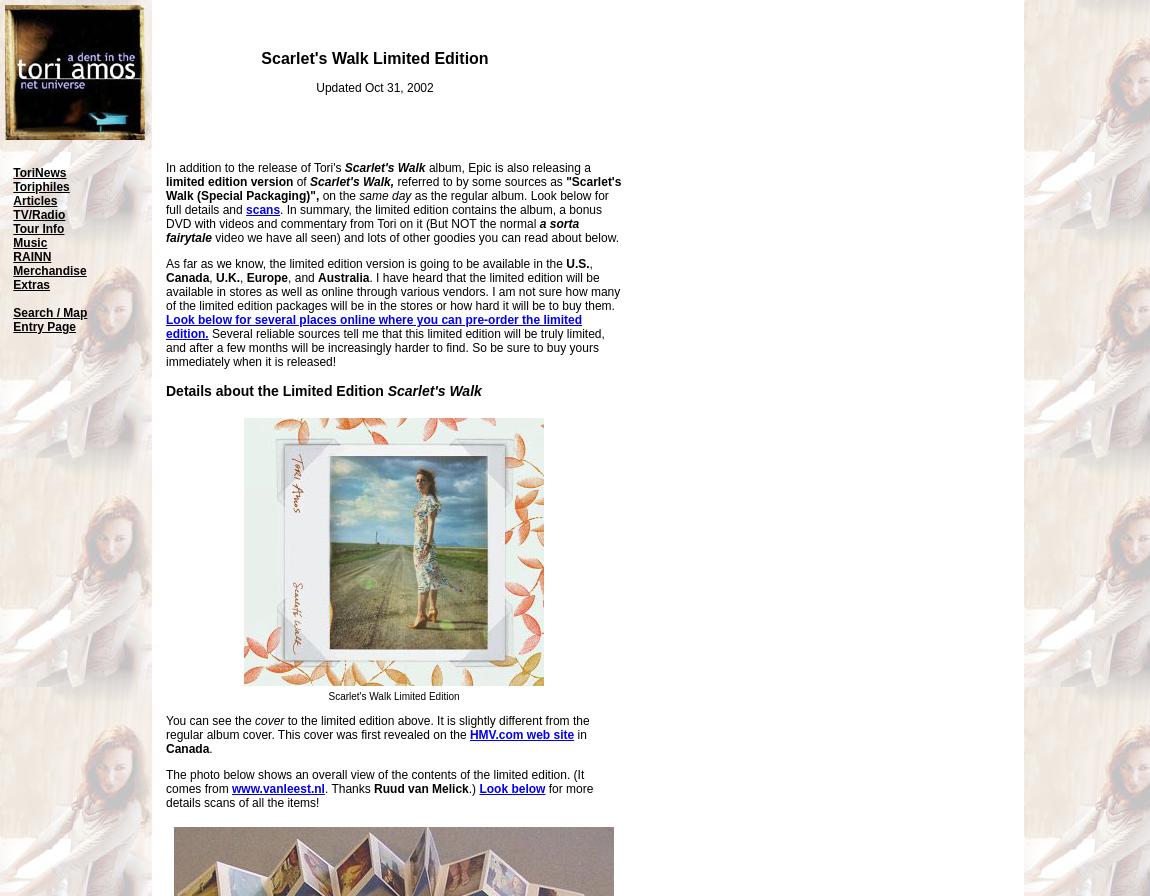 This screenshot has height=896, width=1150. I want to click on 'a sorta fairytale', so click(372, 229).